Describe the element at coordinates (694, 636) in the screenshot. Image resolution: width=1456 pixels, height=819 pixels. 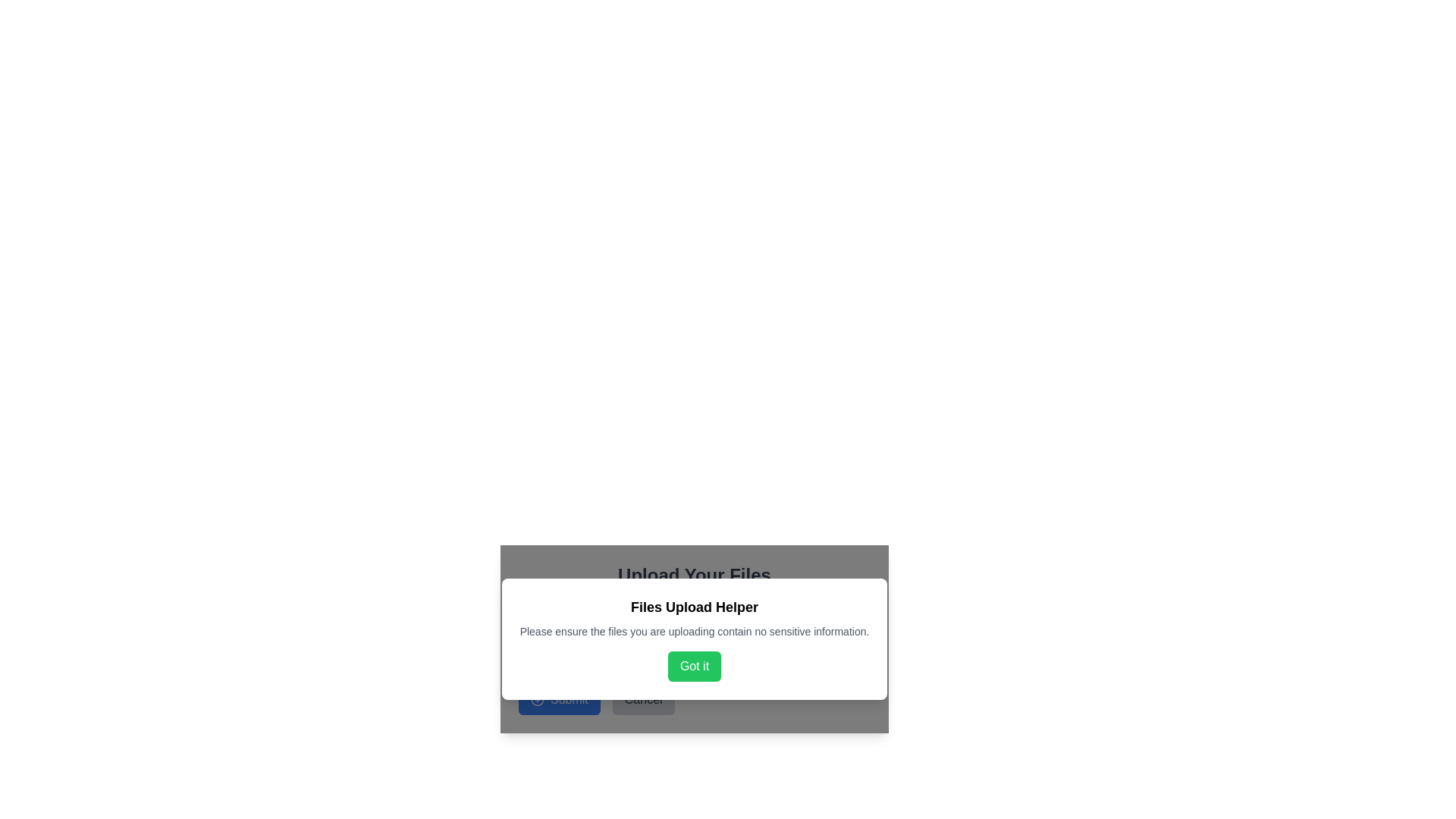
I see `and drop files into the Interactive Dropzone located below the 'Upload Your Files' header and above the 'Submit' and 'Cancel' buttons` at that location.